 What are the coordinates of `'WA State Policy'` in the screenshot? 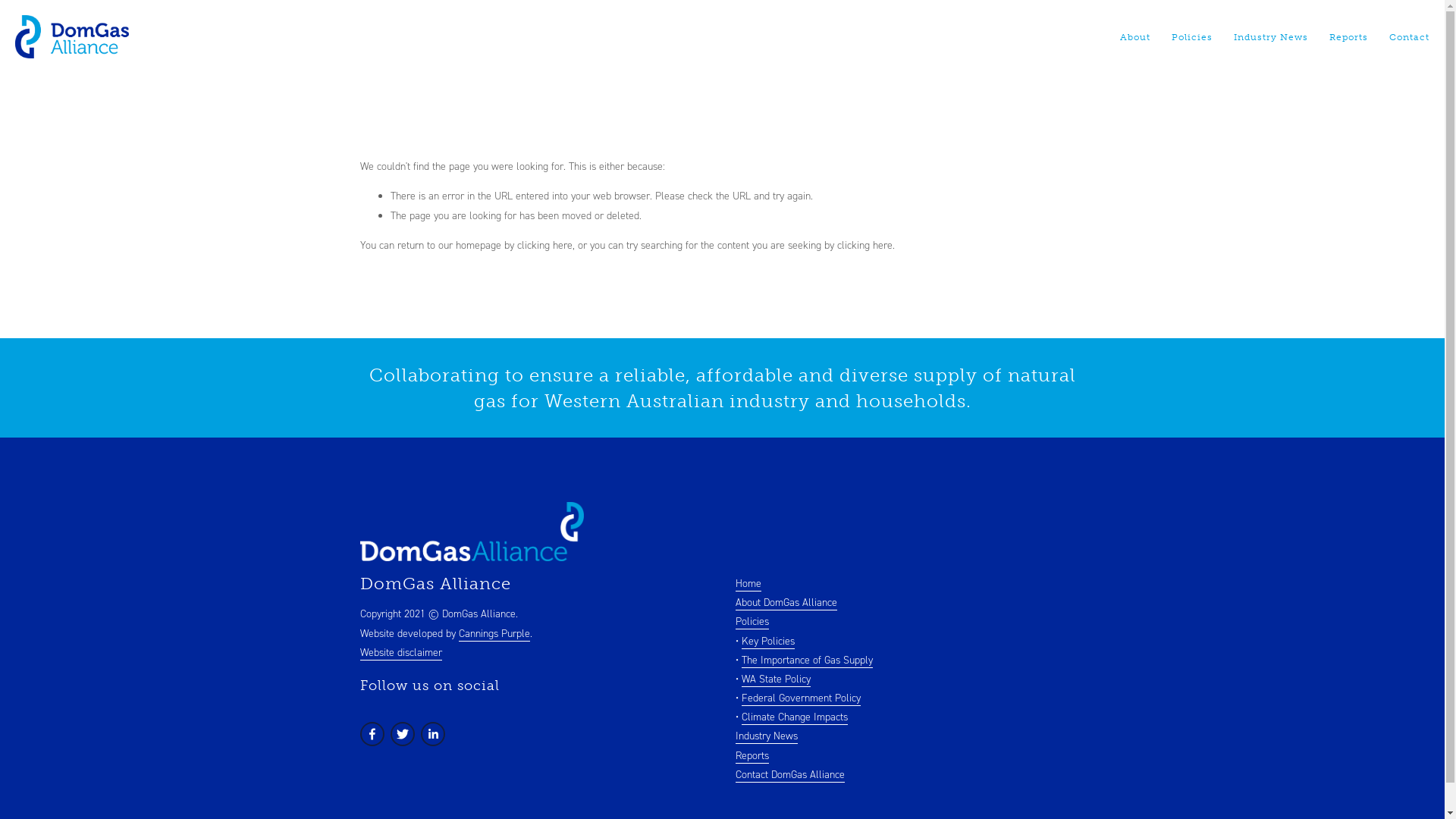 It's located at (742, 678).